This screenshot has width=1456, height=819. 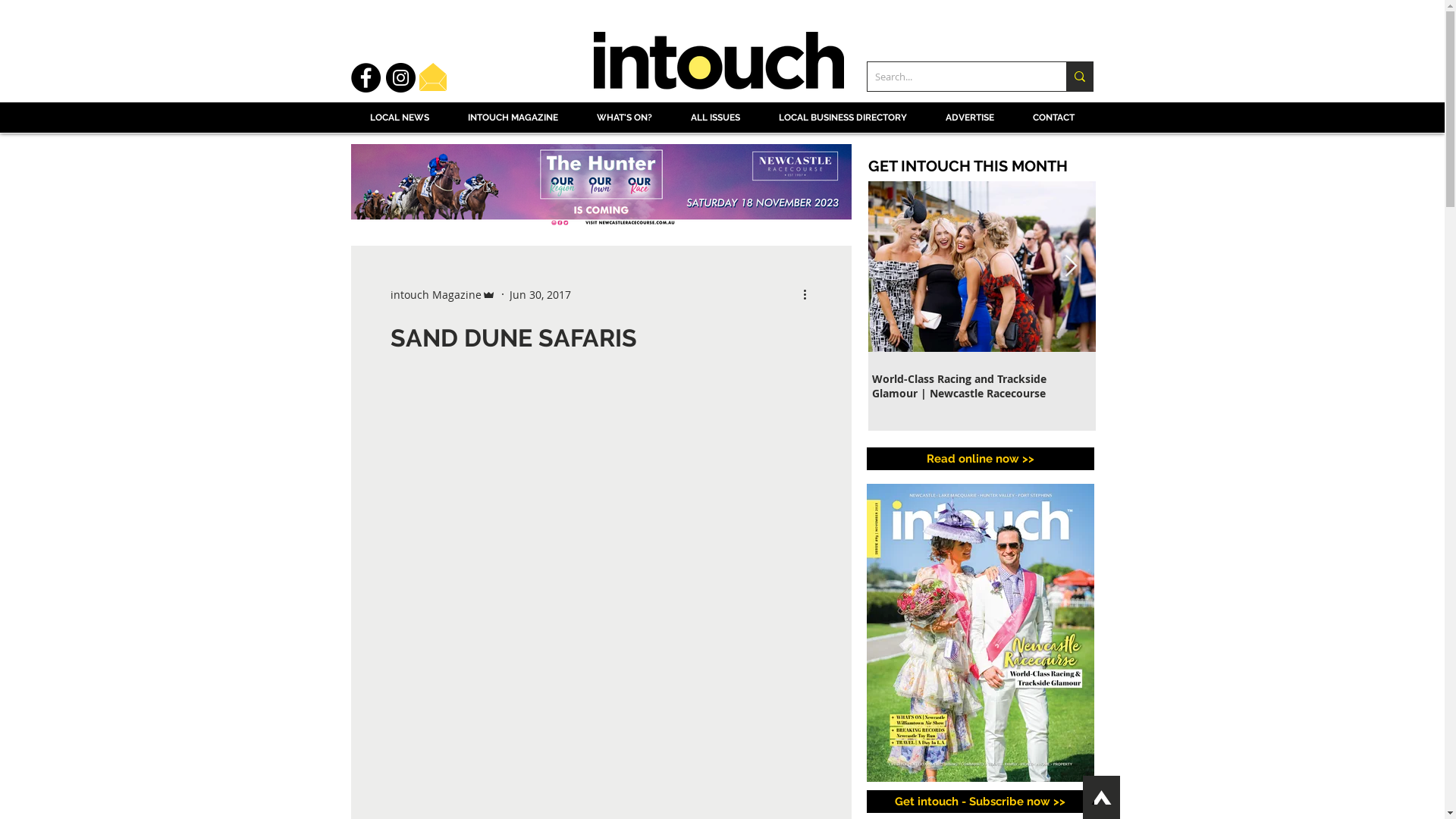 What do you see at coordinates (1053, 121) in the screenshot?
I see `'CONTACT'` at bounding box center [1053, 121].